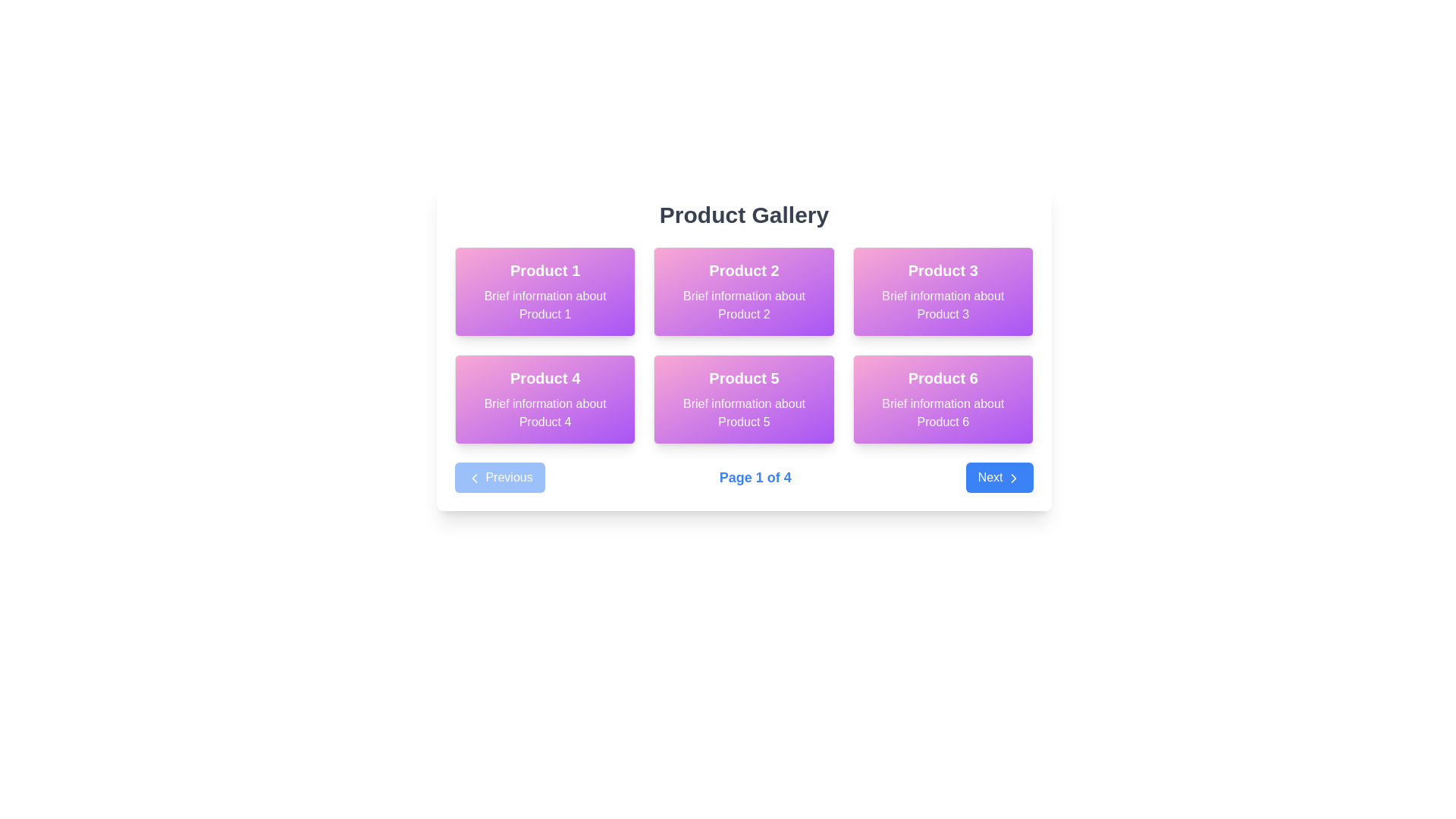  I want to click on the bold text label 'Product 1' located in the first cell of the 2x3 grid in the 'Product Gallery' section, so click(545, 270).